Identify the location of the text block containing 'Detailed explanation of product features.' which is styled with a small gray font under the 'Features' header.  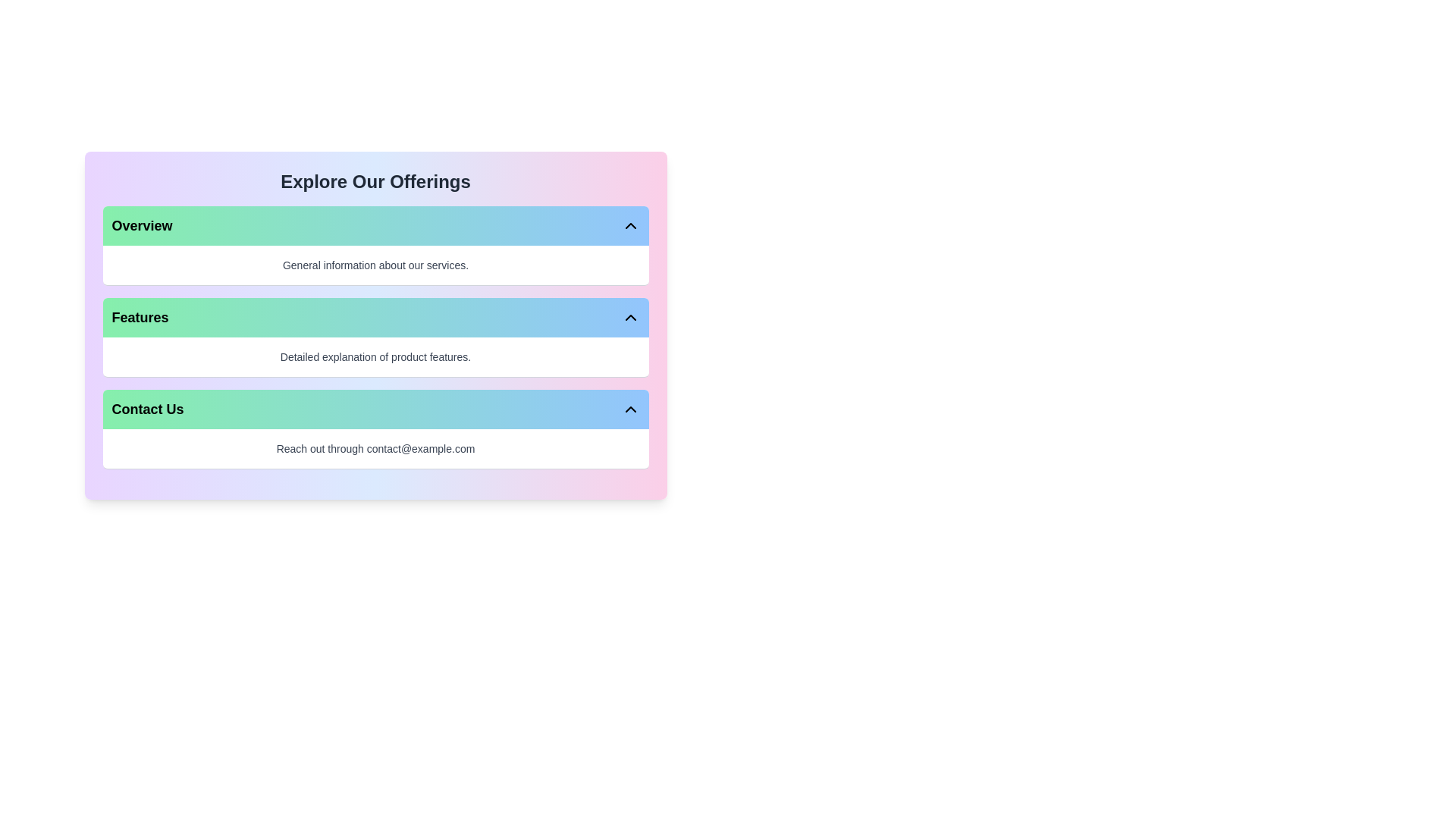
(375, 356).